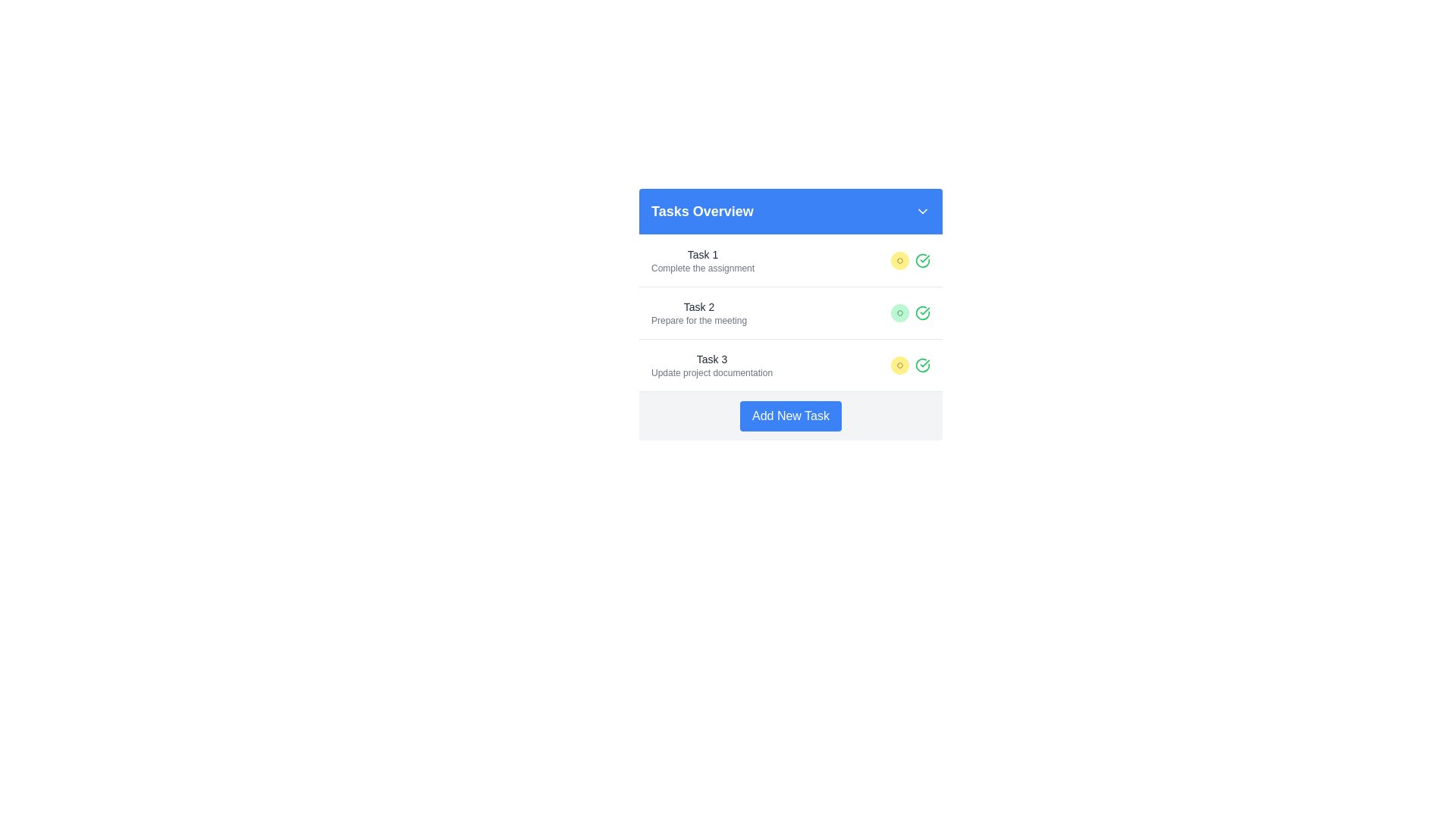 This screenshot has width=1456, height=819. Describe the element at coordinates (922, 259) in the screenshot. I see `the circular icon with a green checkmark in its center, which is the third icon in the status marker section of 'Task 1.'` at that location.